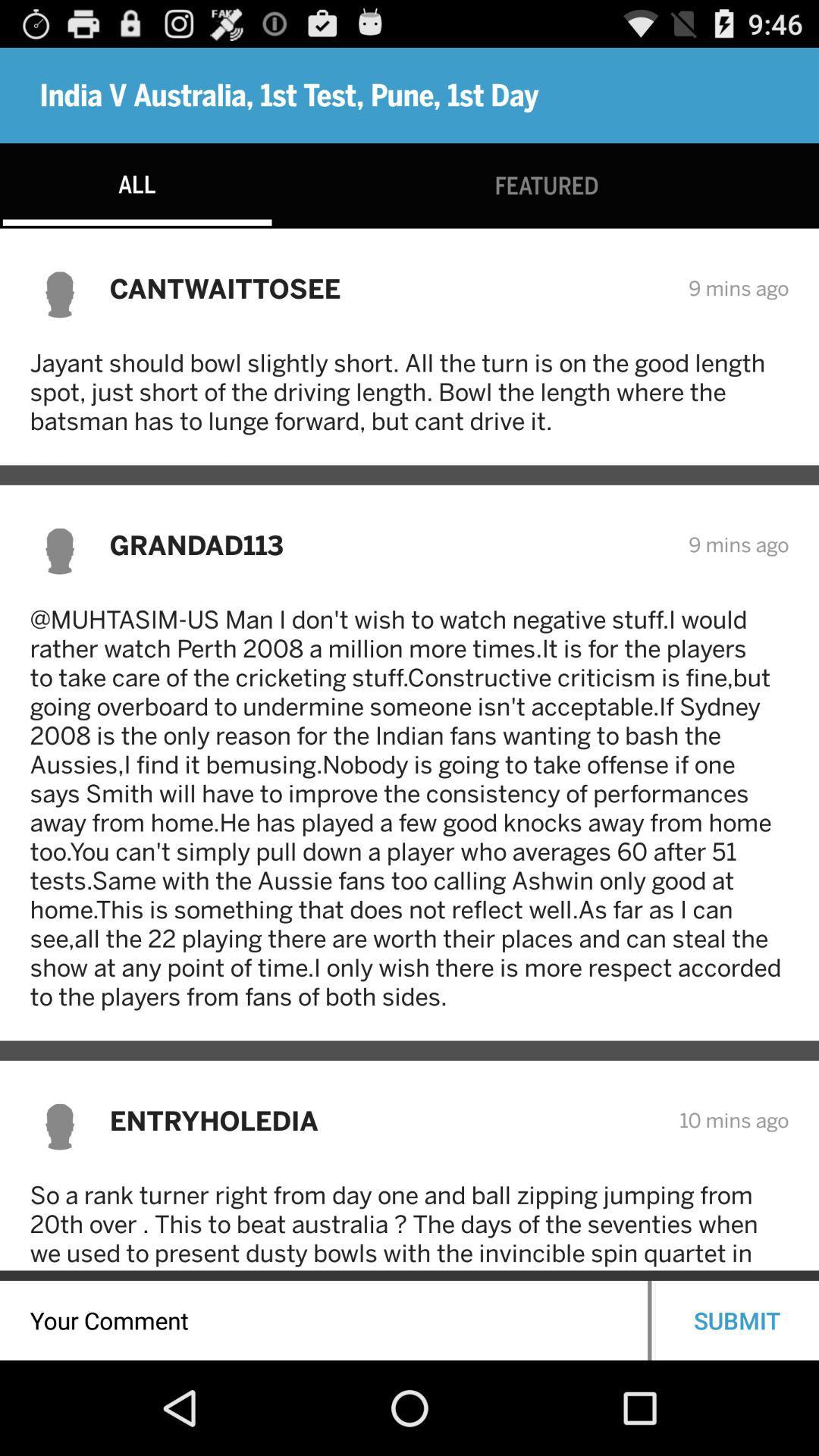  Describe the element at coordinates (547, 185) in the screenshot. I see `the featured icon` at that location.